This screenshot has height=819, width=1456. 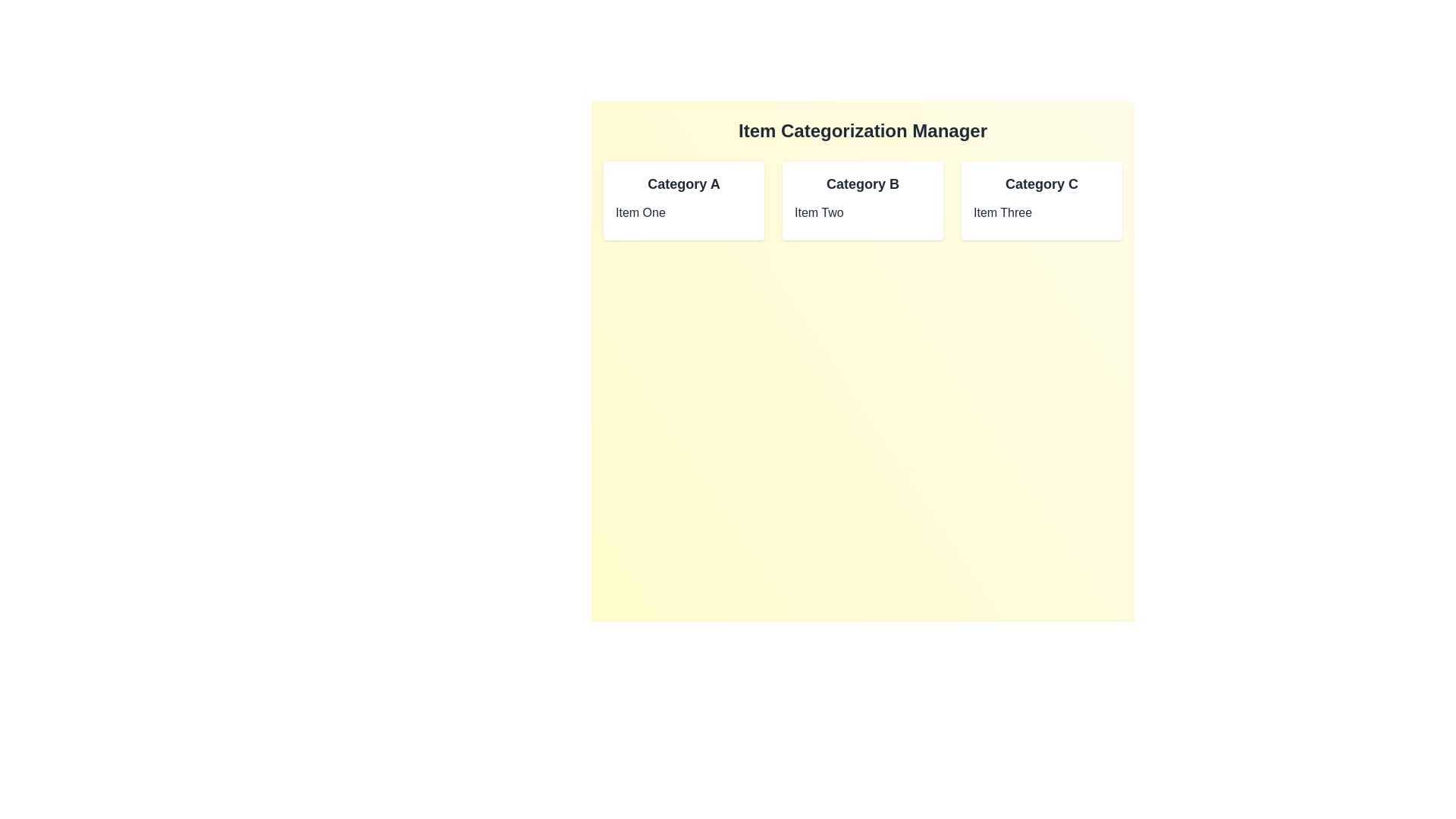 I want to click on the item named Item Three to select it, so click(x=1040, y=213).